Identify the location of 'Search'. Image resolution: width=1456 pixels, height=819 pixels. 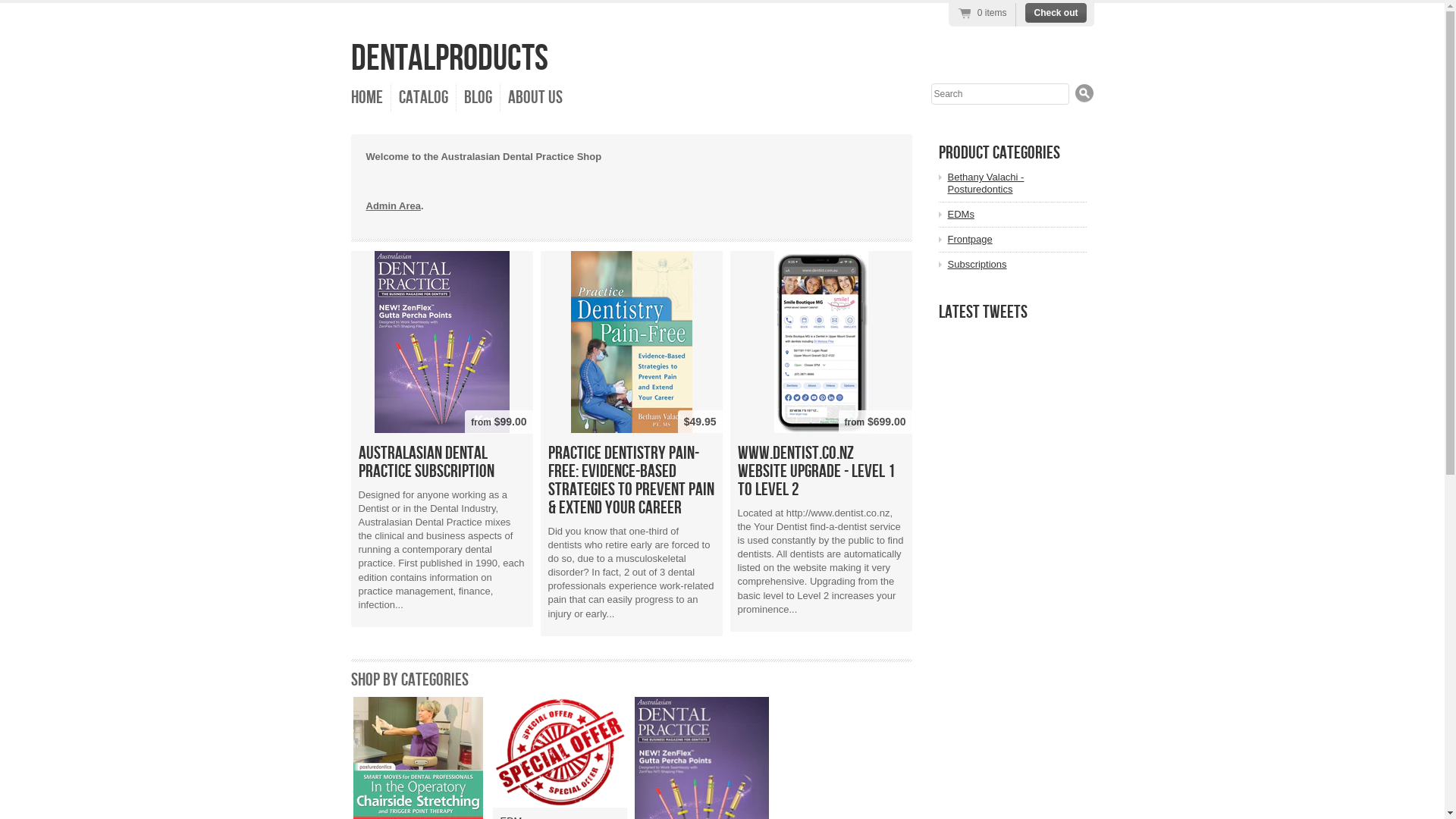
(1084, 93).